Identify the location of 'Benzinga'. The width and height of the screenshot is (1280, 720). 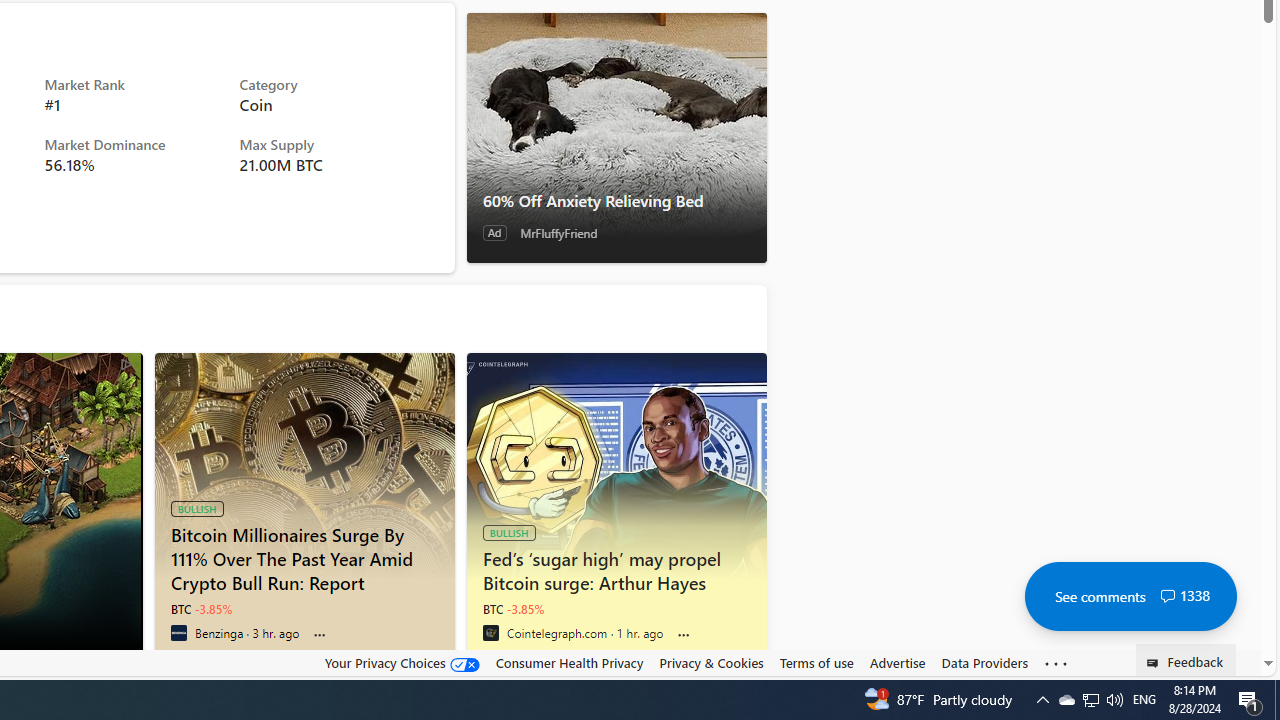
(178, 632).